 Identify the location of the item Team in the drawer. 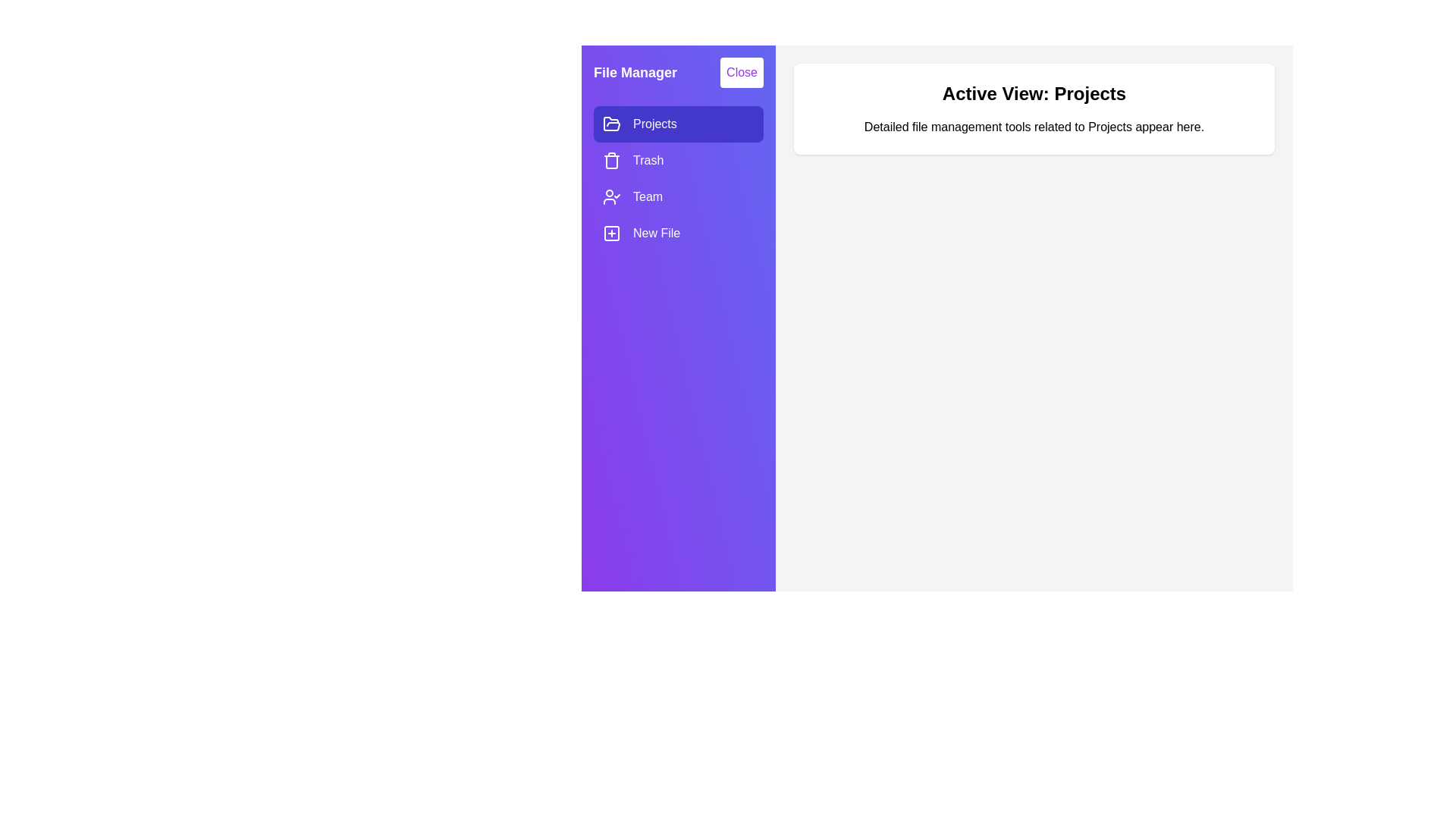
(677, 196).